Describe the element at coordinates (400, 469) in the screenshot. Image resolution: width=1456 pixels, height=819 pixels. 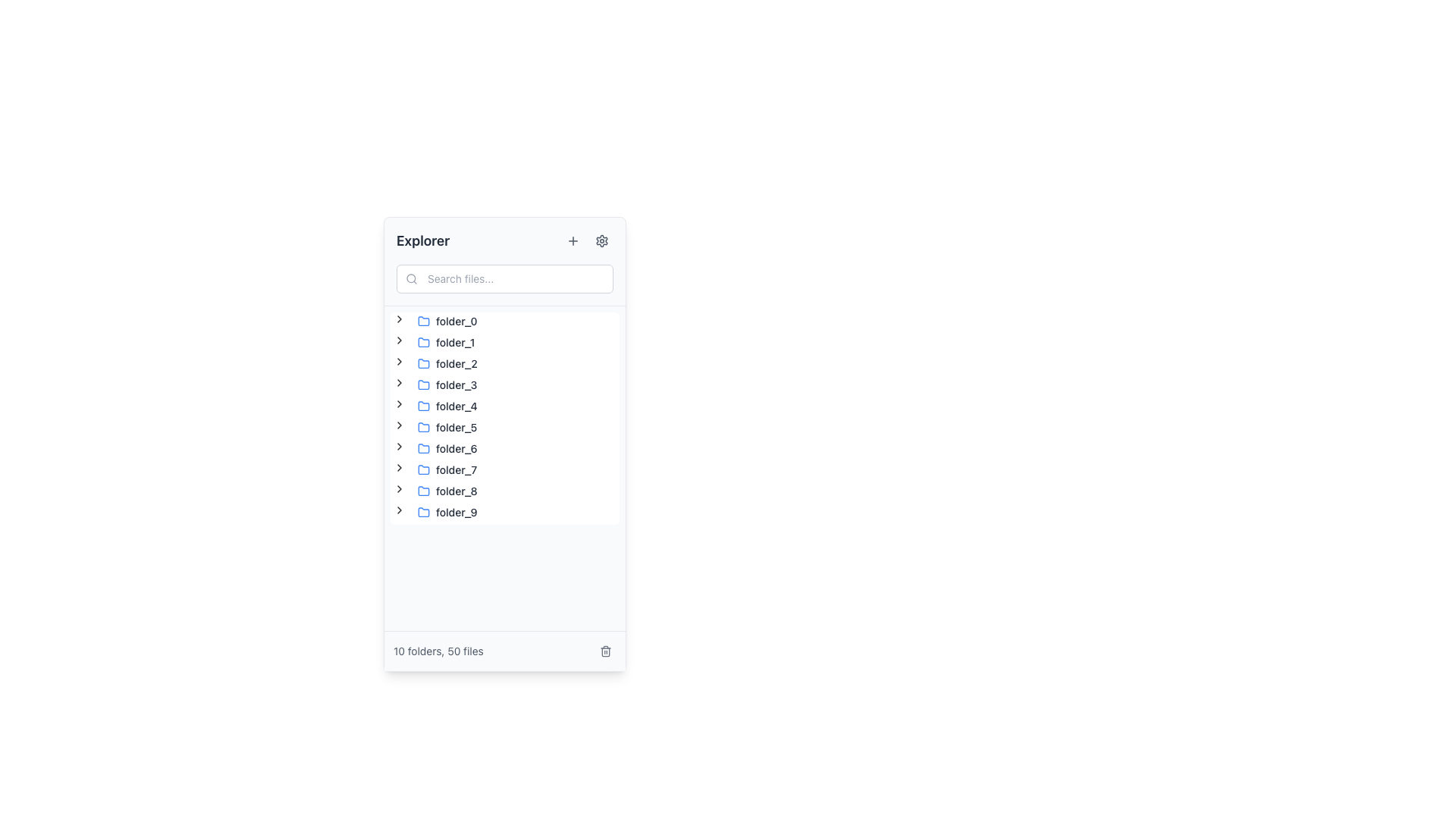
I see `the toggle button` at that location.